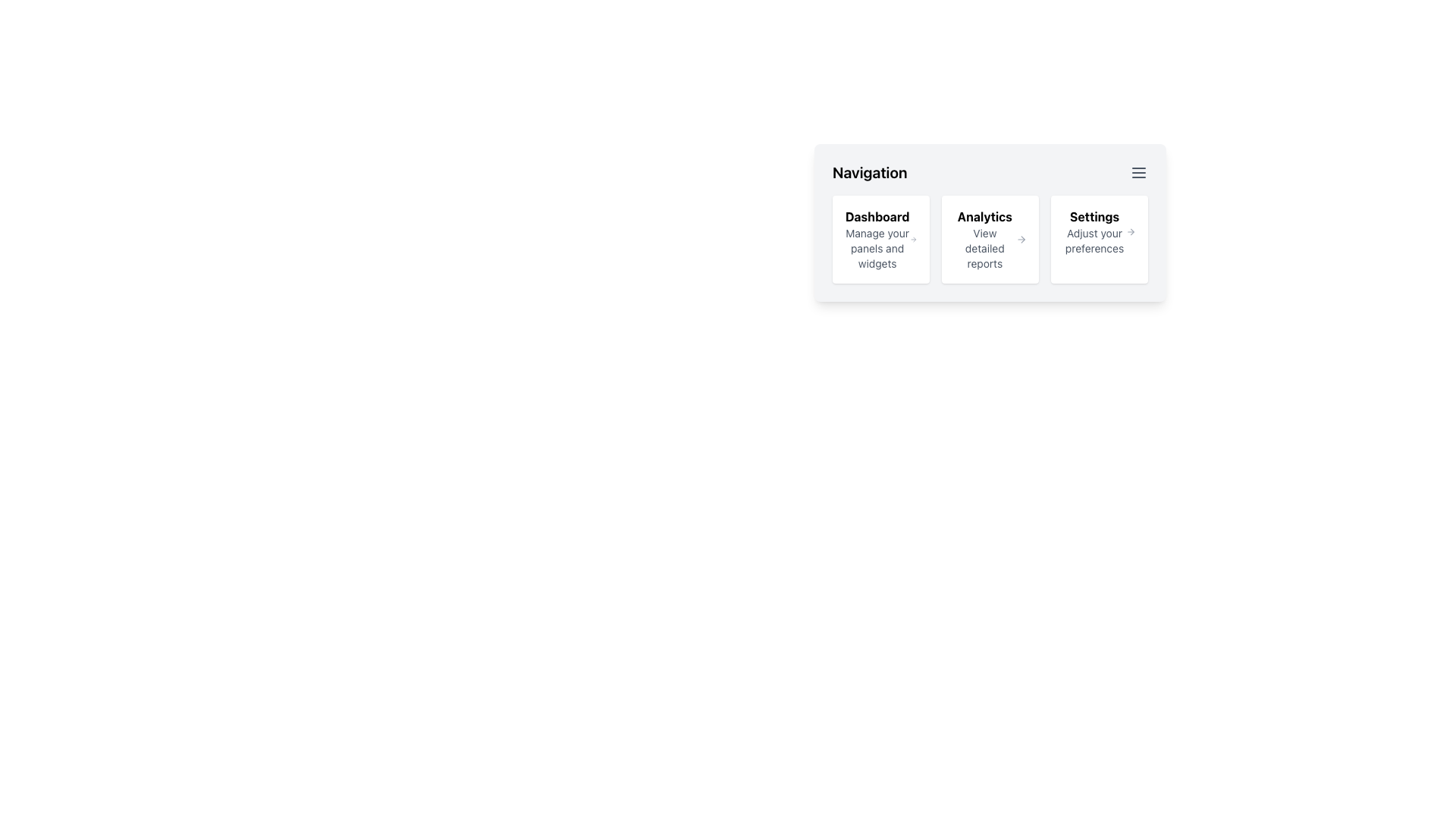  I want to click on the Linkable card item with the bold title 'Dashboard' and subtitle 'Manage your panels and widgets', which is the first card in a series of three, located at the leftmost position in the layout, so click(880, 239).